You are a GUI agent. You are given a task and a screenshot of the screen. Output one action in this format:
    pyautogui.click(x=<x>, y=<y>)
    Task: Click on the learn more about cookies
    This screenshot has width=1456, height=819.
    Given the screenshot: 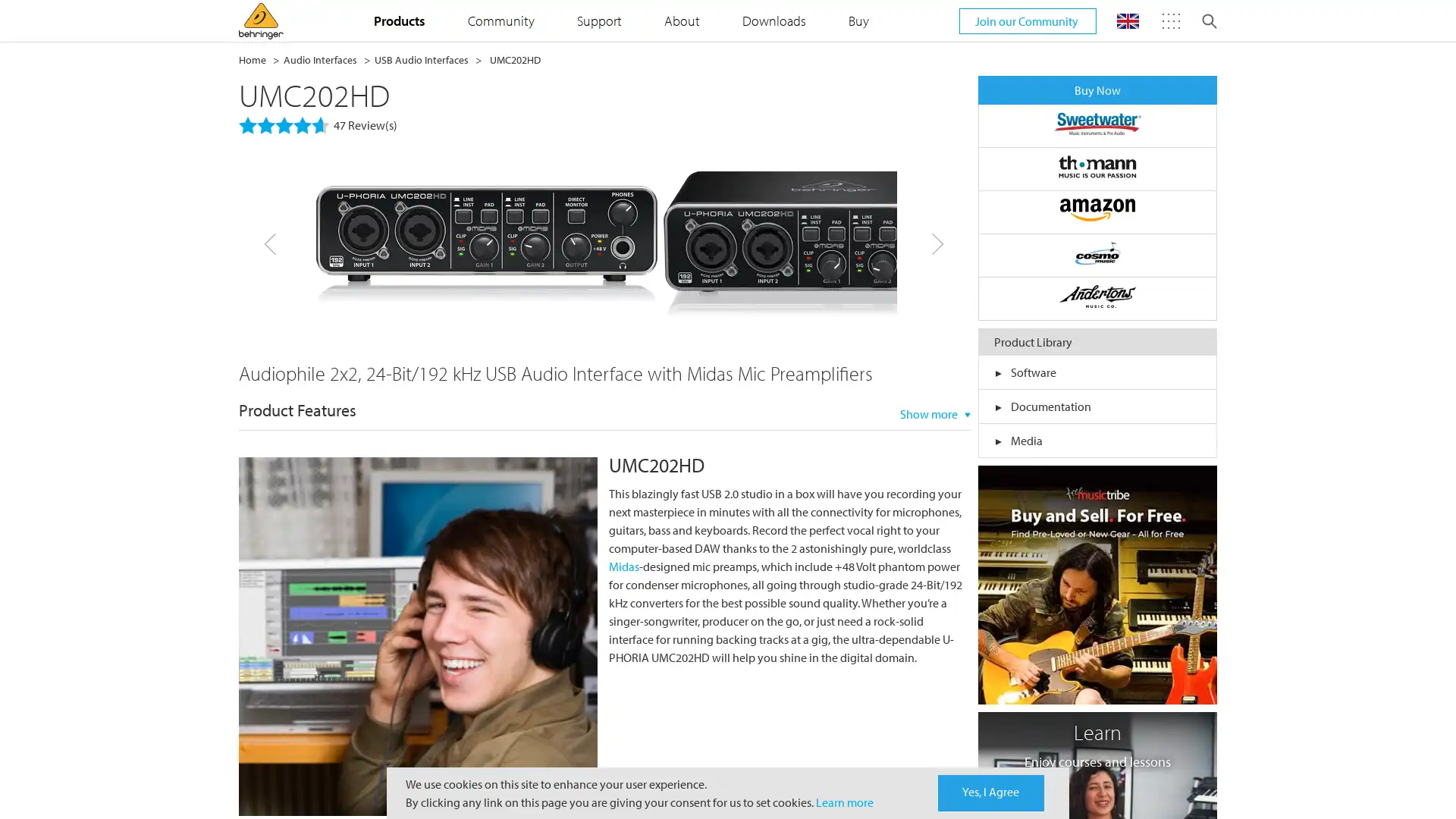 What is the action you would take?
    pyautogui.click(x=843, y=801)
    